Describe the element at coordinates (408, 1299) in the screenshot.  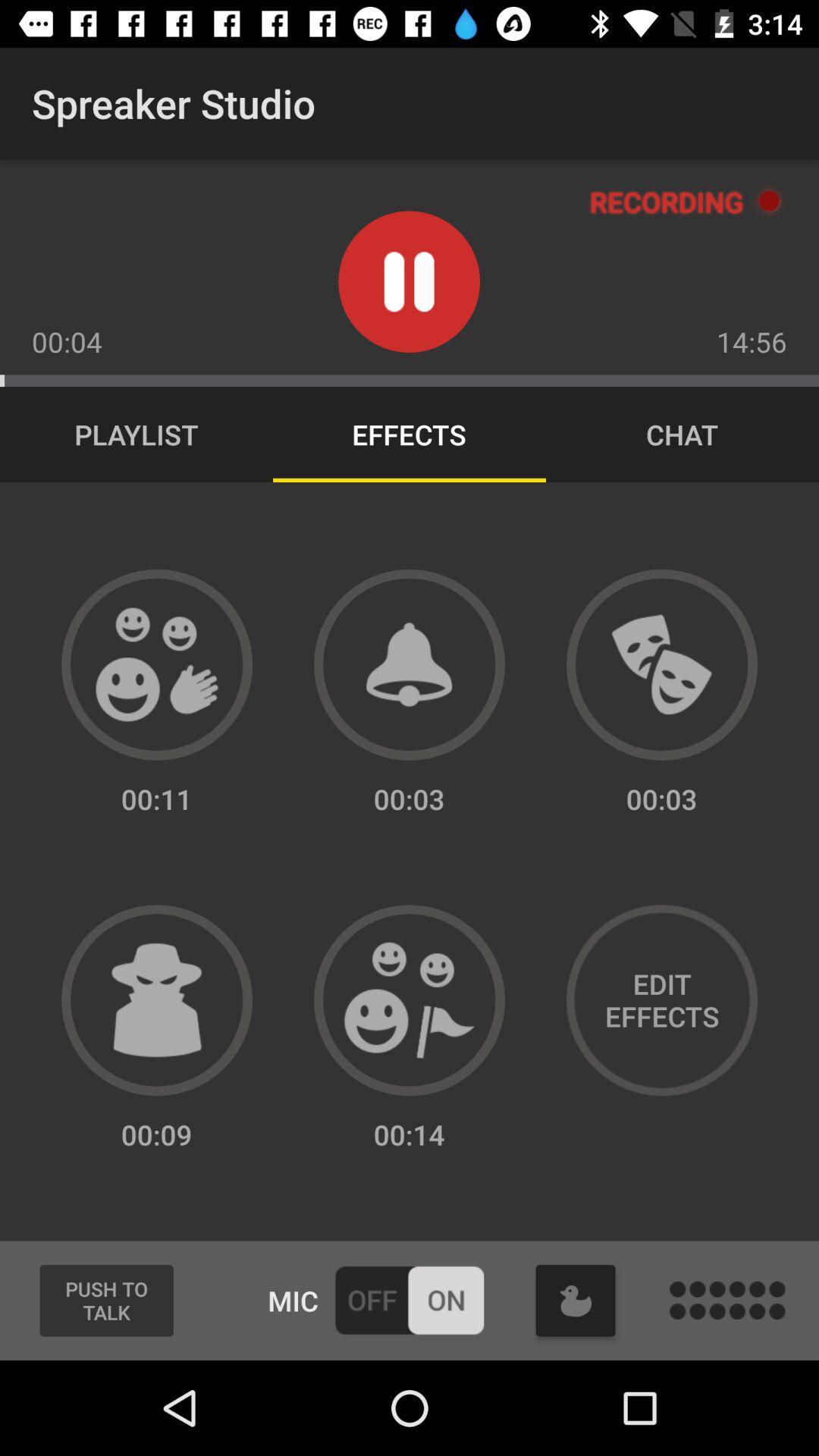
I see `microphone on and off` at that location.